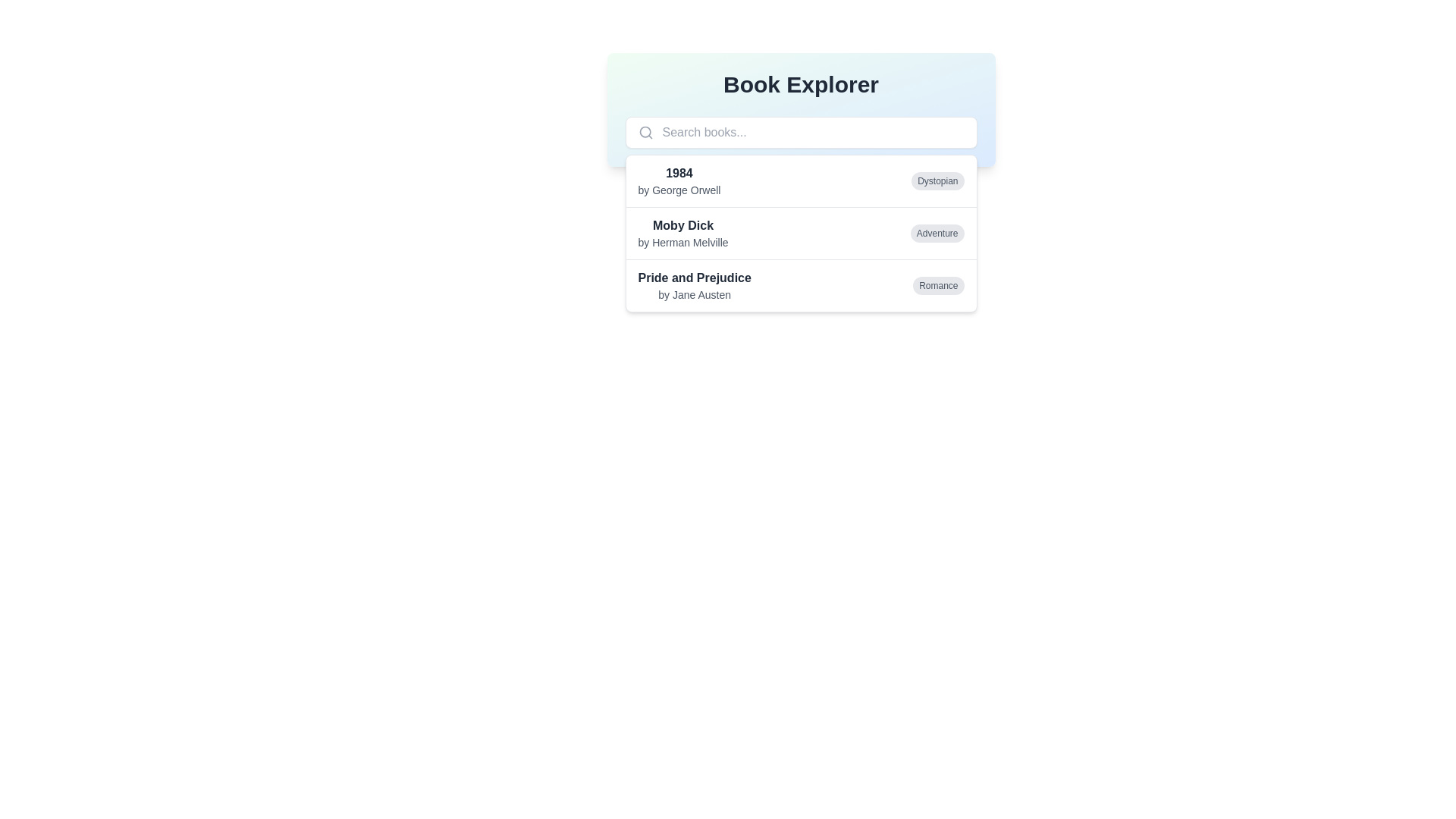 The height and width of the screenshot is (819, 1456). What do you see at coordinates (694, 278) in the screenshot?
I see `the text label displaying the title 'Pride and Prejudice' in the list item` at bounding box center [694, 278].